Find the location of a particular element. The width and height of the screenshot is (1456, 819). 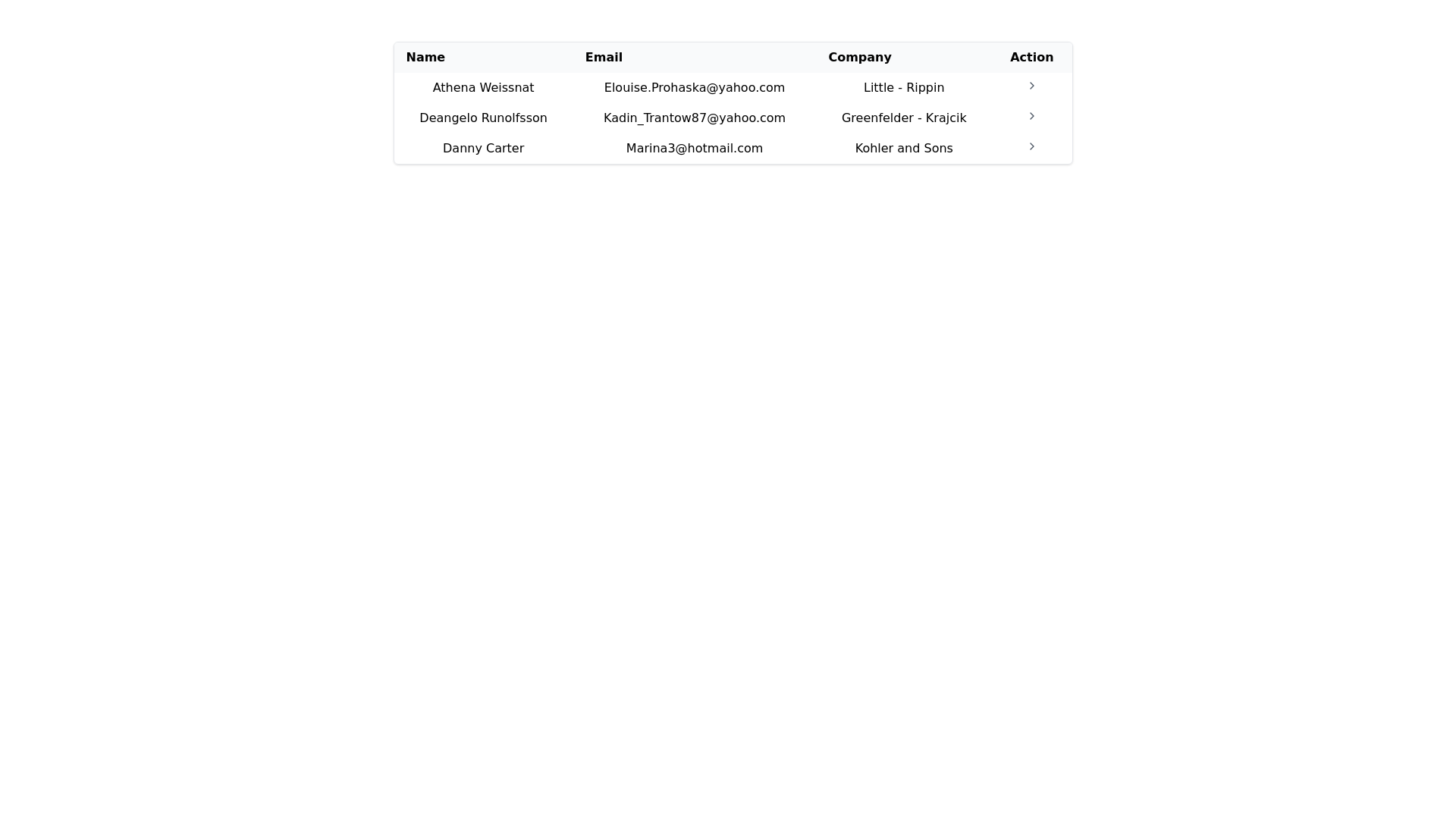

the right-facing chevron icon button located in the 'Action' column next to the company name 'Greenfelder - Krajcik' is located at coordinates (1031, 115).